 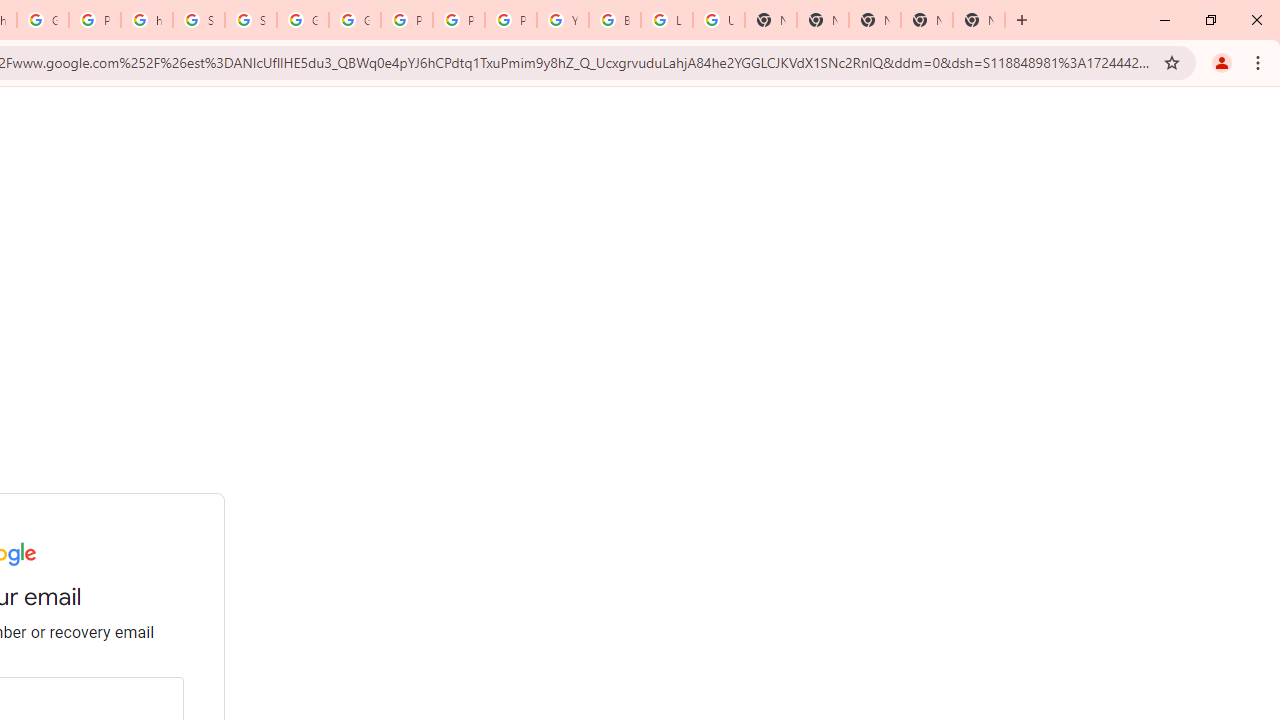 I want to click on 'Privacy Help Center - Policies Help', so click(x=457, y=20).